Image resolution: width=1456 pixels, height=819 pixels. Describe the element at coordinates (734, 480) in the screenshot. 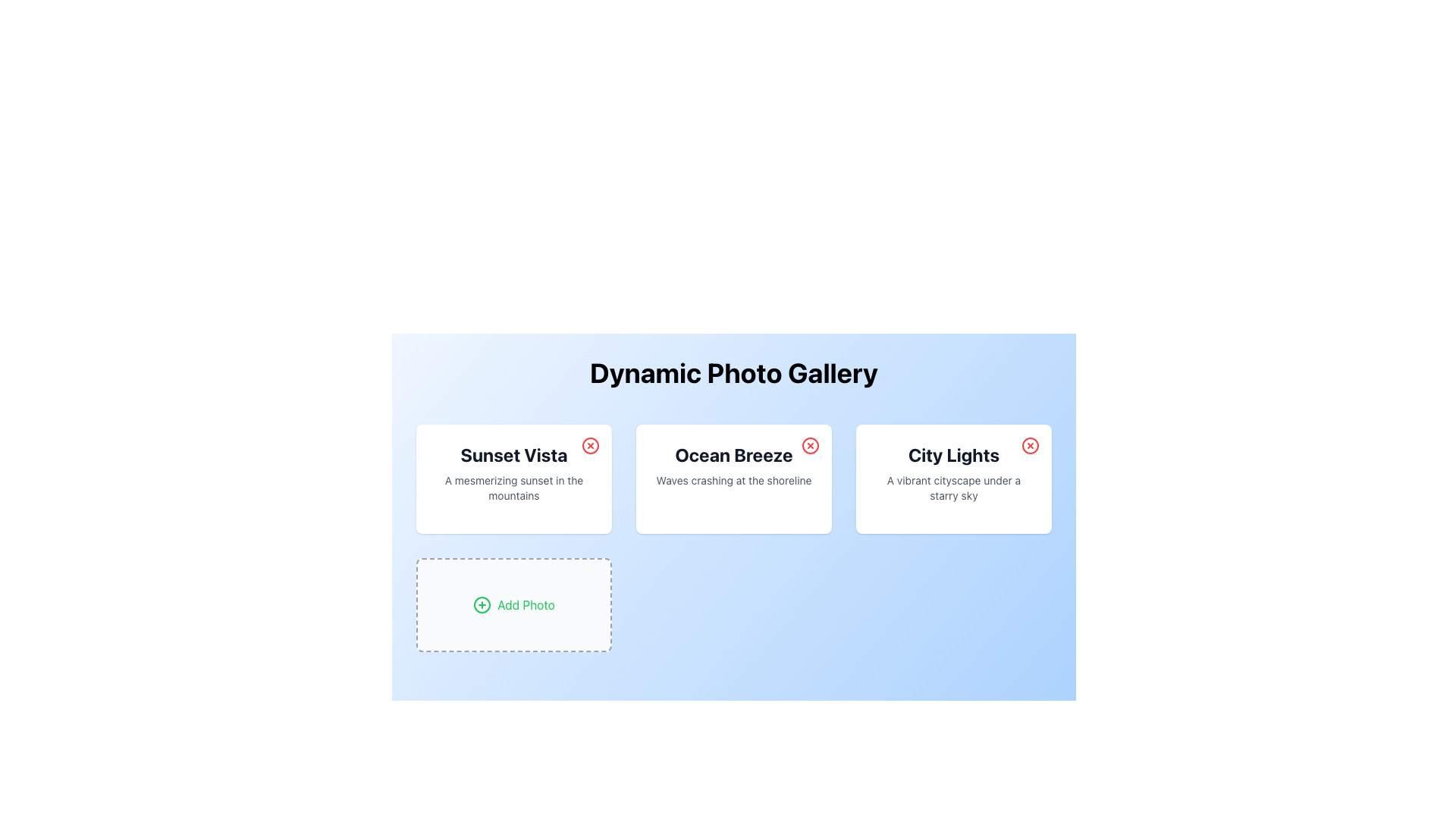

I see `the descriptive subtitle located directly beneath the title 'Ocean Breeze' in the middle column of a three-column layout` at that location.